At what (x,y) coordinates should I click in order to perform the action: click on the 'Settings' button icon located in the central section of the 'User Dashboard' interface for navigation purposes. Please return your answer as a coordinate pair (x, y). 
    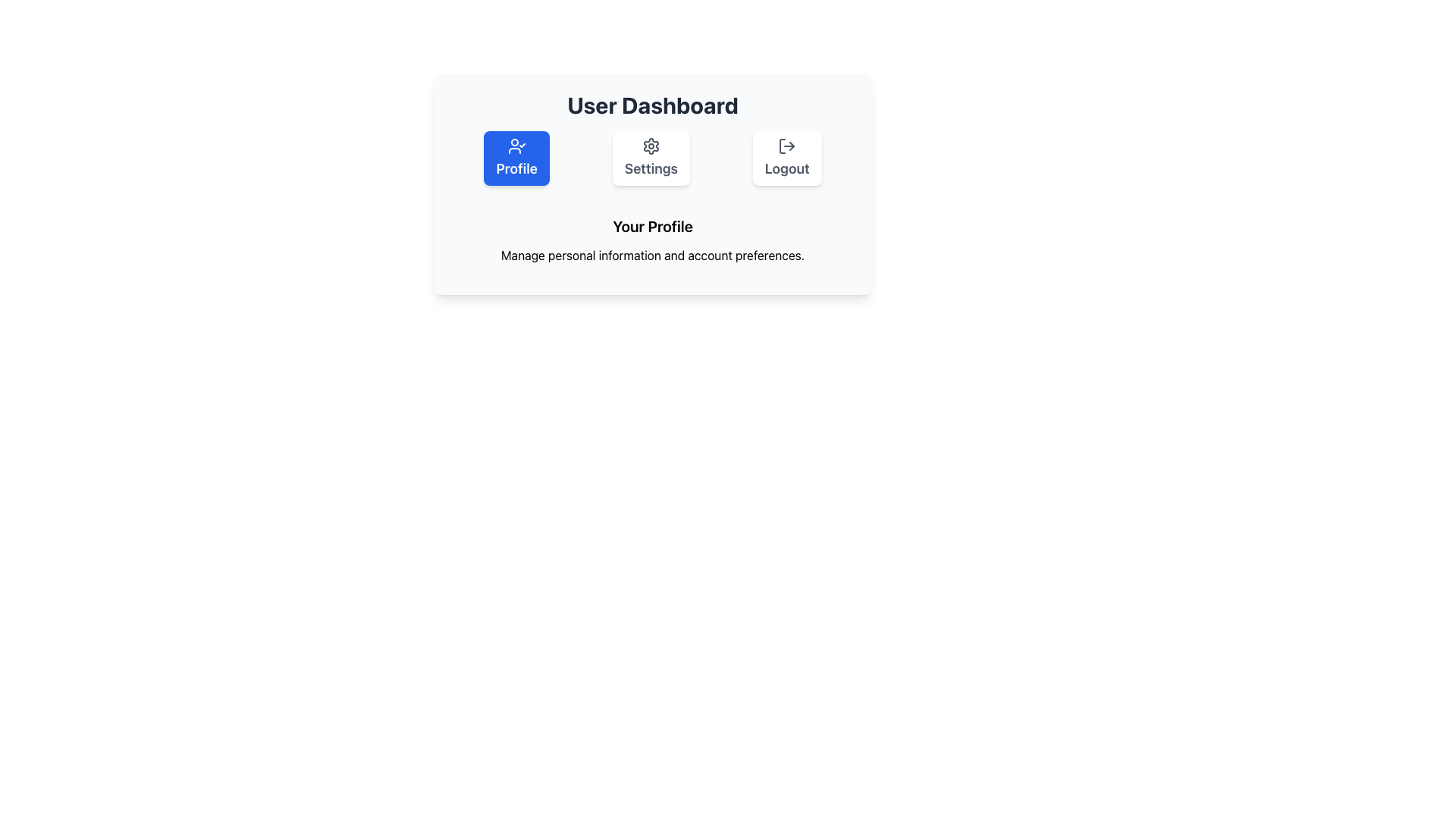
    Looking at the image, I should click on (651, 146).